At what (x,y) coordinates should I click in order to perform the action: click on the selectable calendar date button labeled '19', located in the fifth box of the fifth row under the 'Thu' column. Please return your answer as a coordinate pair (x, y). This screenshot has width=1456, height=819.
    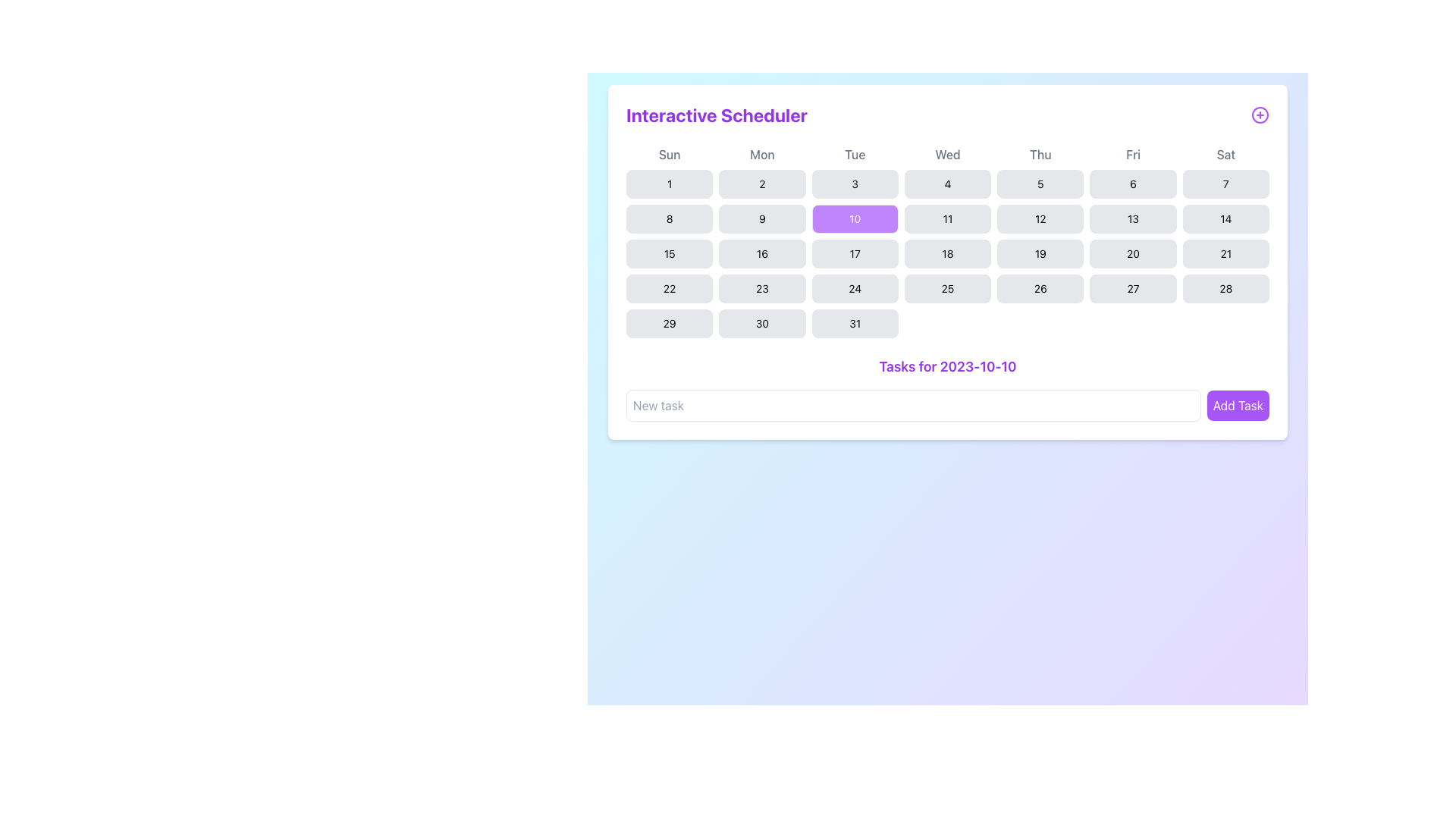
    Looking at the image, I should click on (1040, 253).